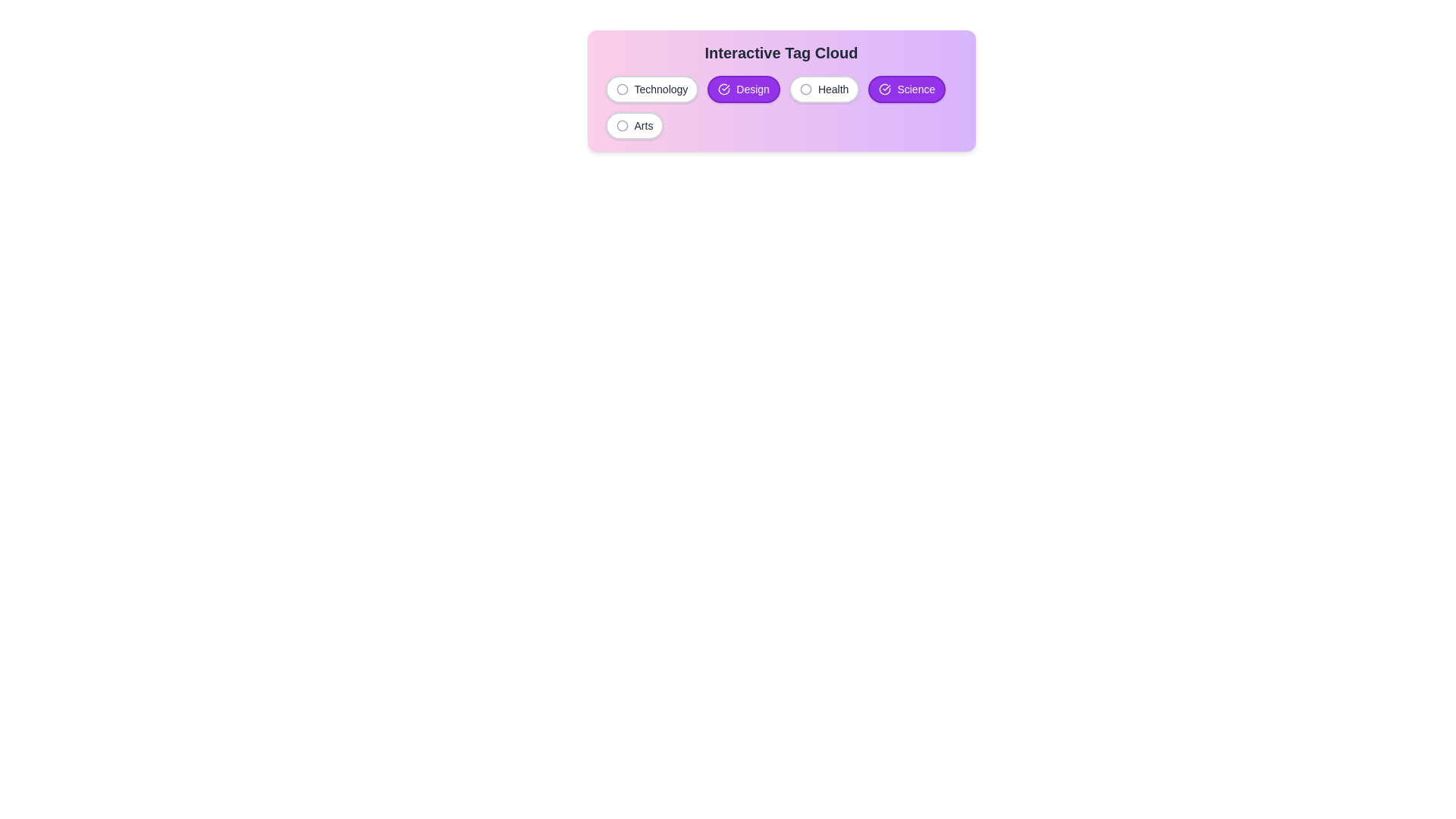  I want to click on the tag labeled Technology to observe its hover effect, so click(651, 89).